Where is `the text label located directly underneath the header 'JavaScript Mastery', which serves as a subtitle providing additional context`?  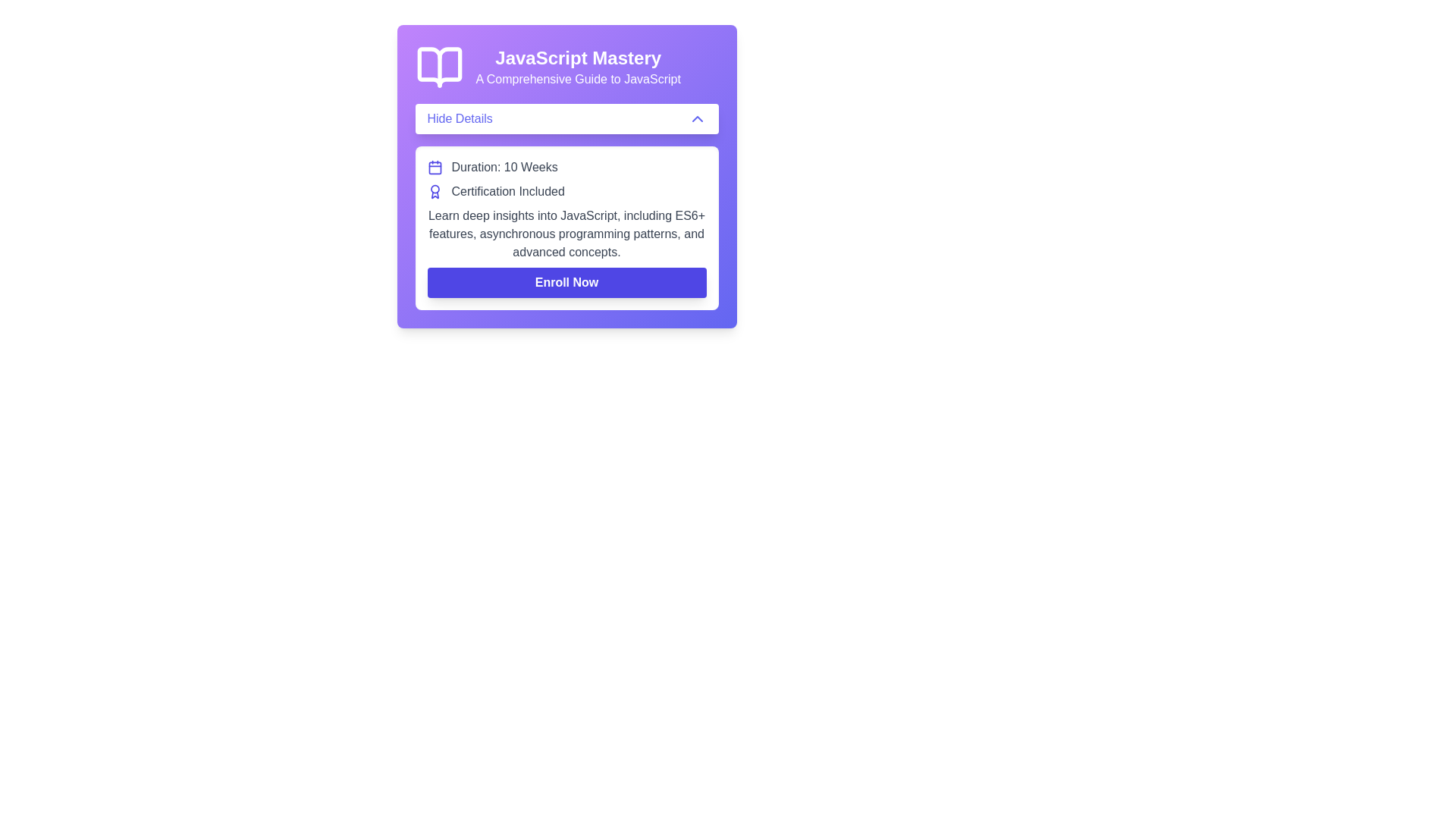 the text label located directly underneath the header 'JavaScript Mastery', which serves as a subtitle providing additional context is located at coordinates (577, 79).